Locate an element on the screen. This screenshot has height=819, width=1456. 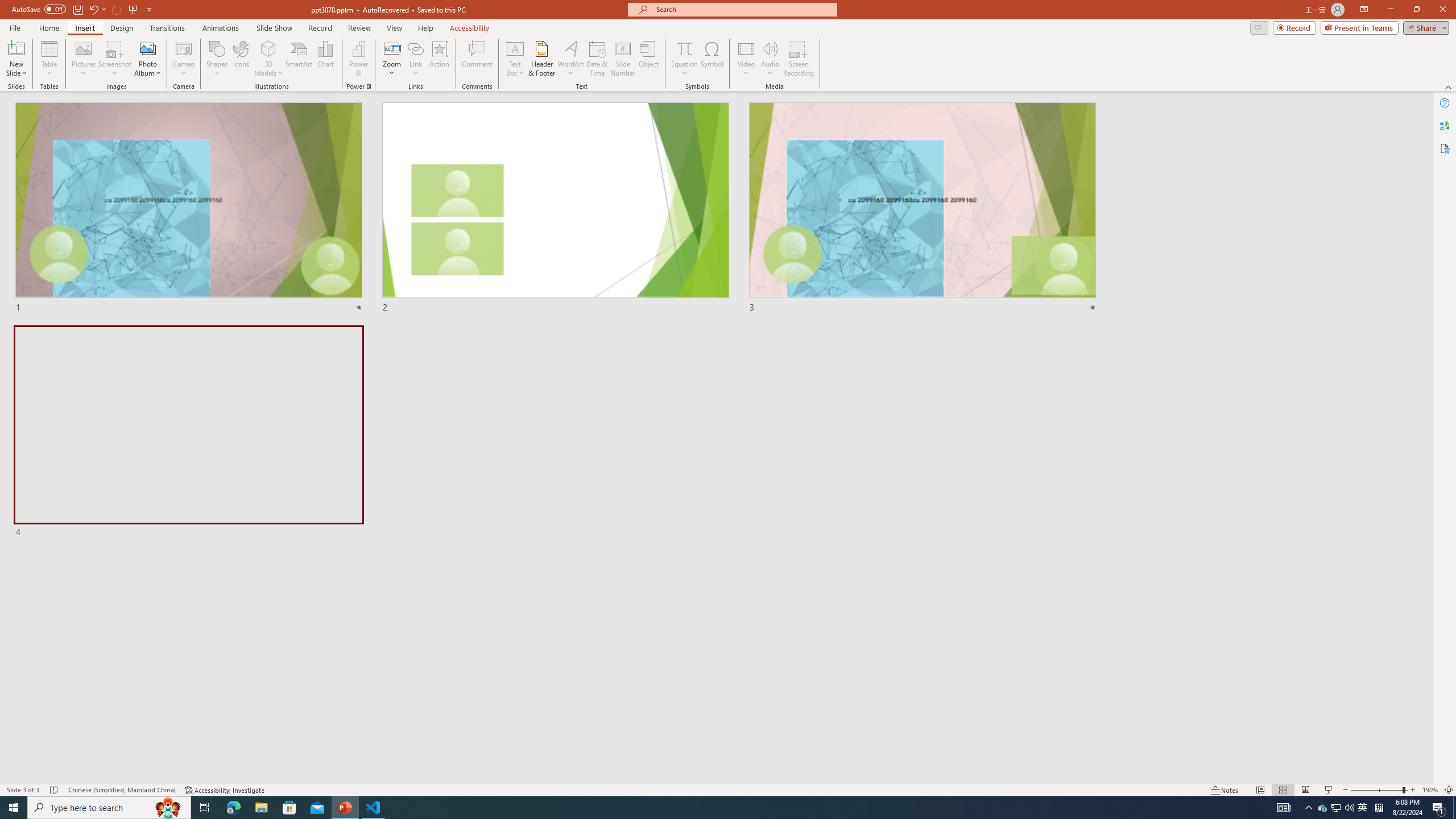
'Notes ' is located at coordinates (1225, 790).